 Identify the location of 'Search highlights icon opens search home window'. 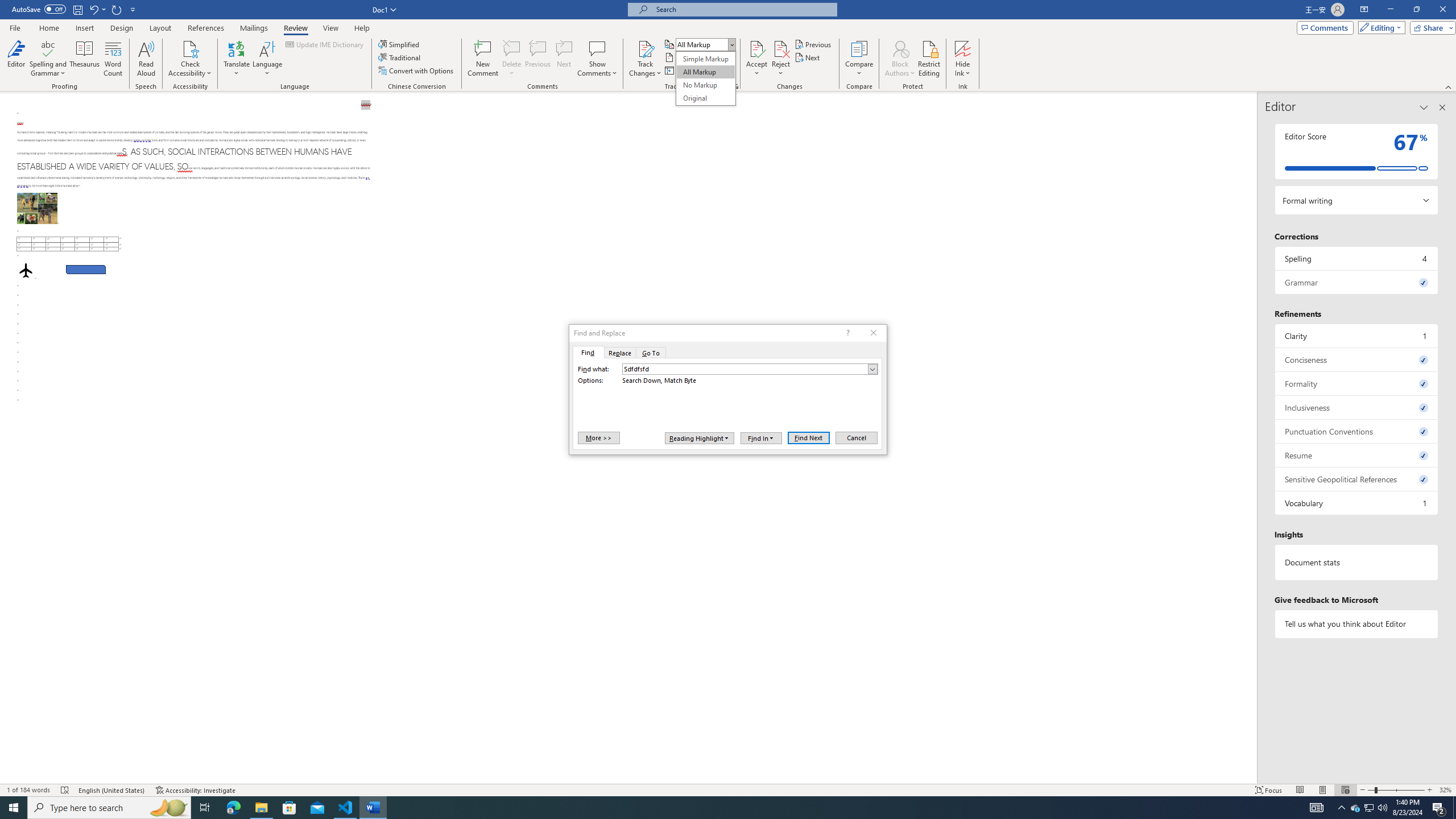
(167, 806).